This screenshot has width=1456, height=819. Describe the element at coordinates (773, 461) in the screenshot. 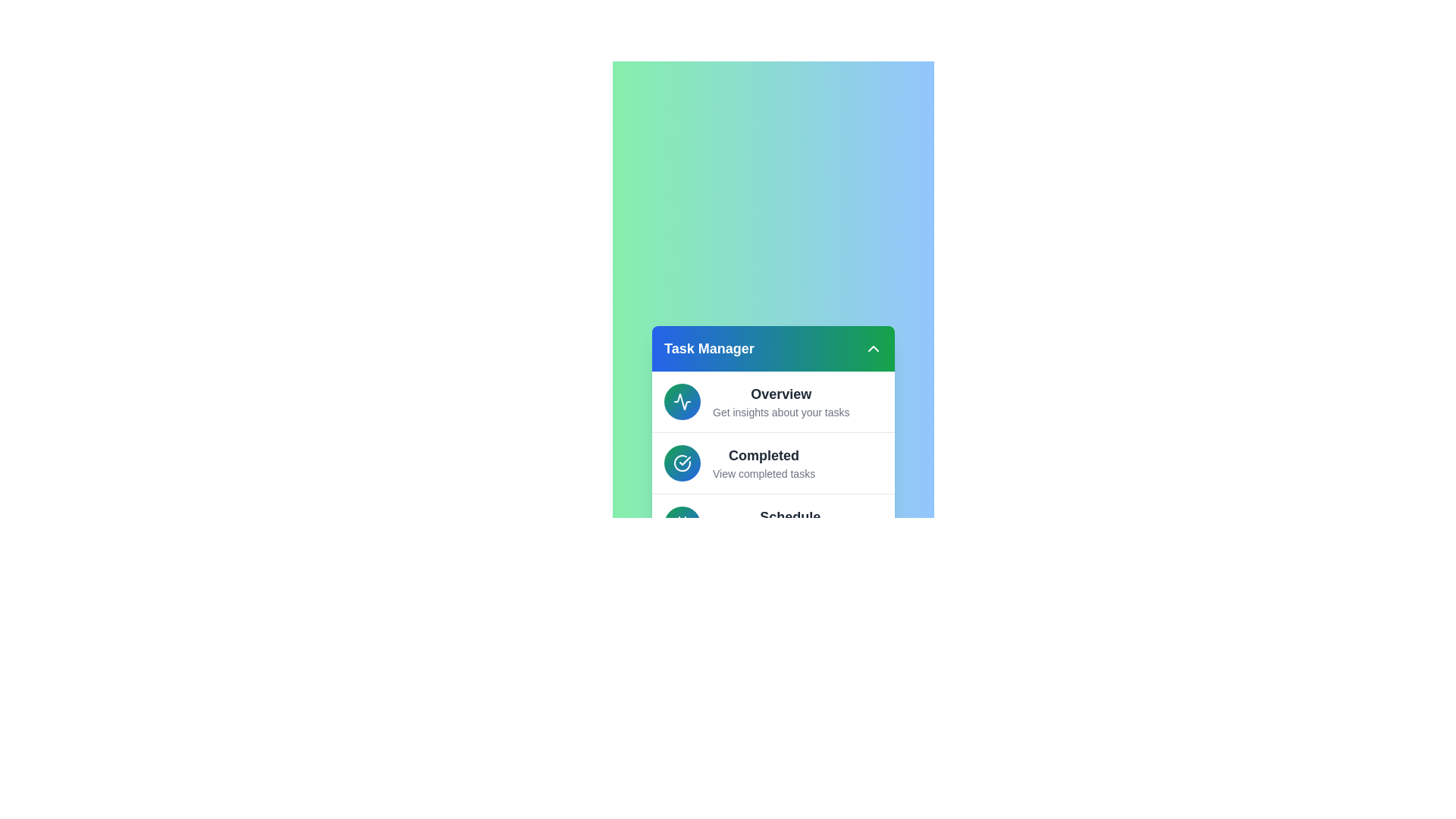

I see `the list item corresponding to the task category Completed` at that location.